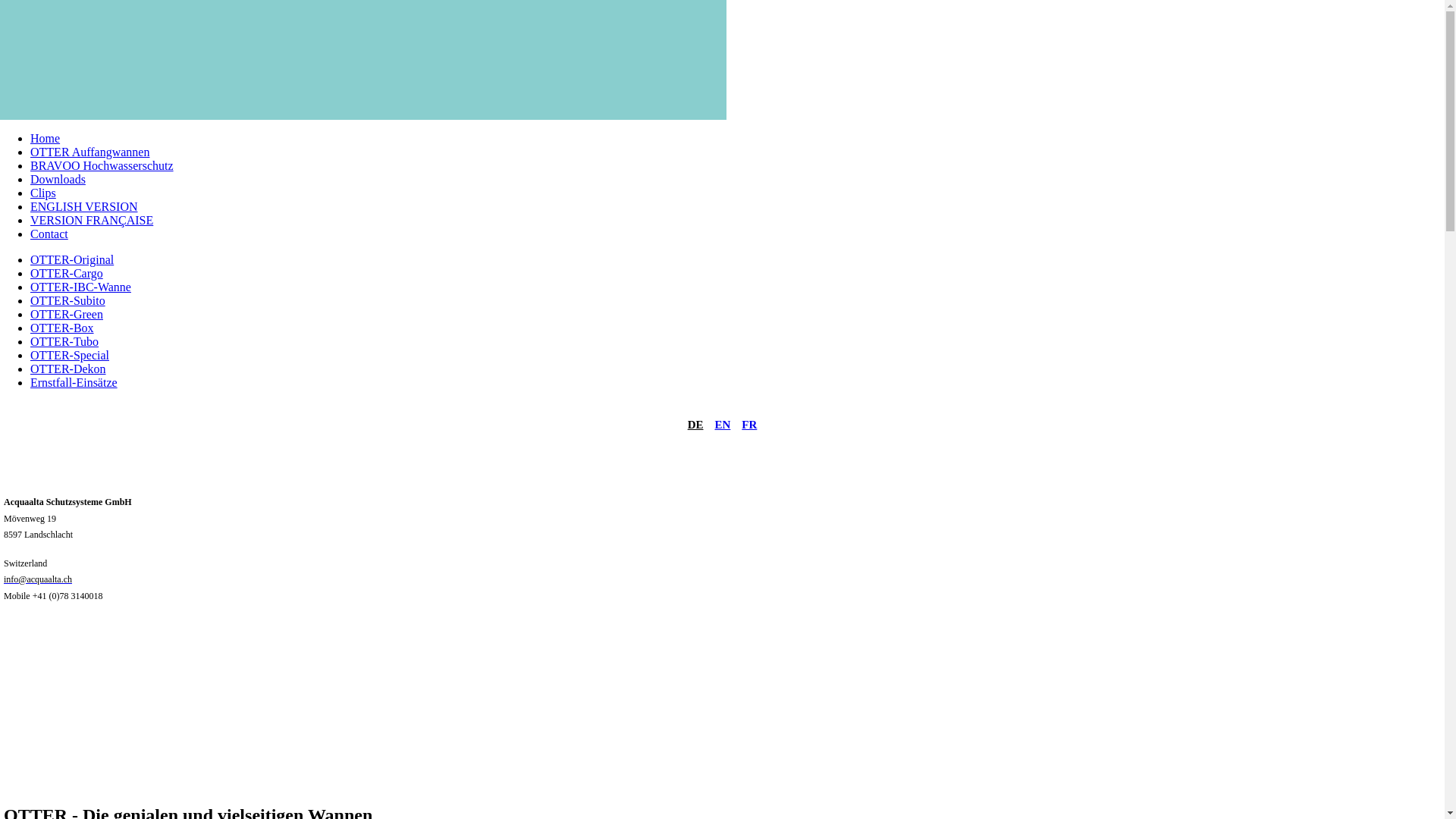 The height and width of the screenshot is (819, 1456). What do you see at coordinates (71, 259) in the screenshot?
I see `'OTTER-Original'` at bounding box center [71, 259].